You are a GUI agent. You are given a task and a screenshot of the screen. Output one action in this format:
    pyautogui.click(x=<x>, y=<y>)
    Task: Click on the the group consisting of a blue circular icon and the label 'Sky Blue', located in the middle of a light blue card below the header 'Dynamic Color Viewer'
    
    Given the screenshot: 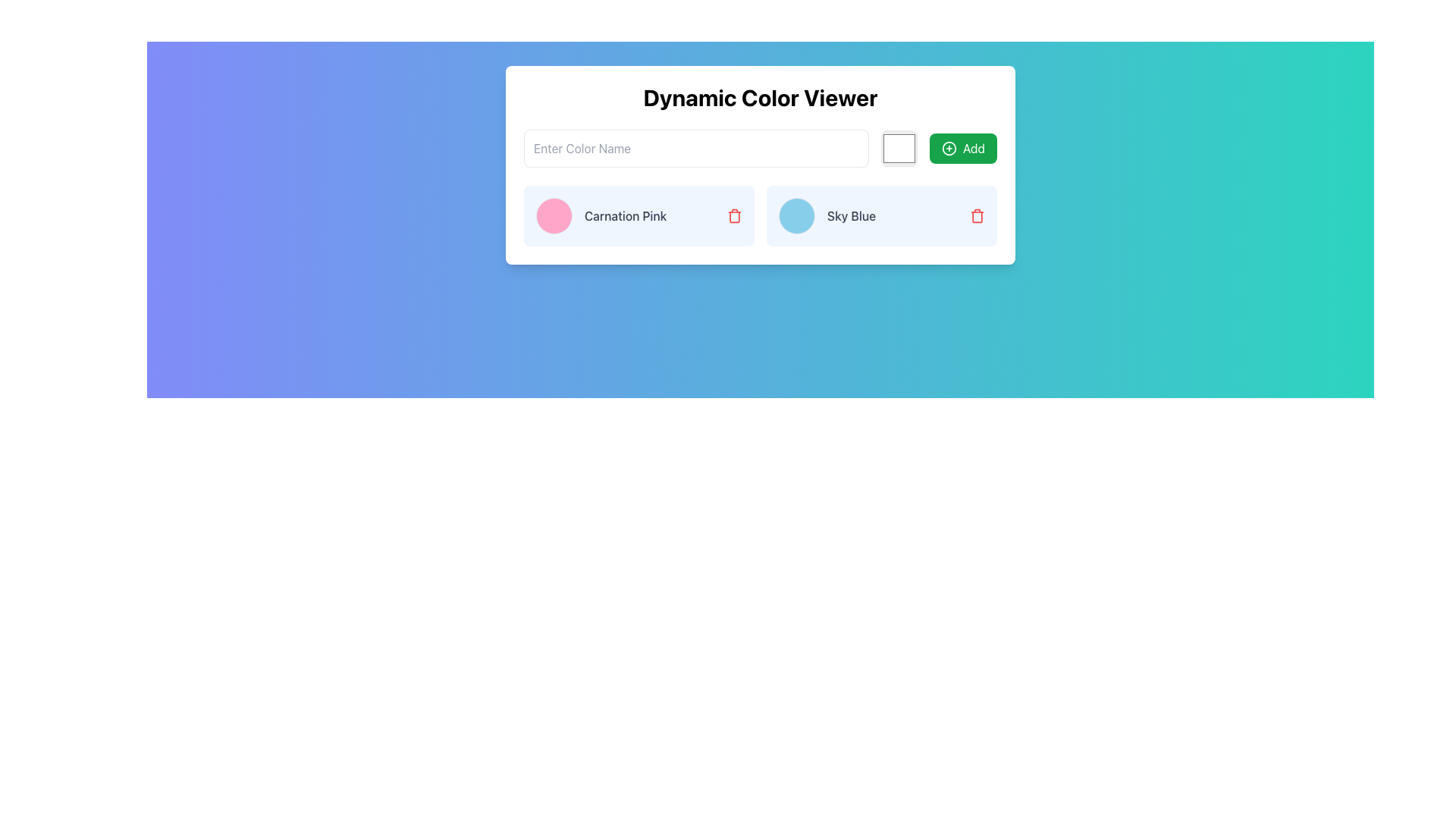 What is the action you would take?
    pyautogui.click(x=827, y=216)
    